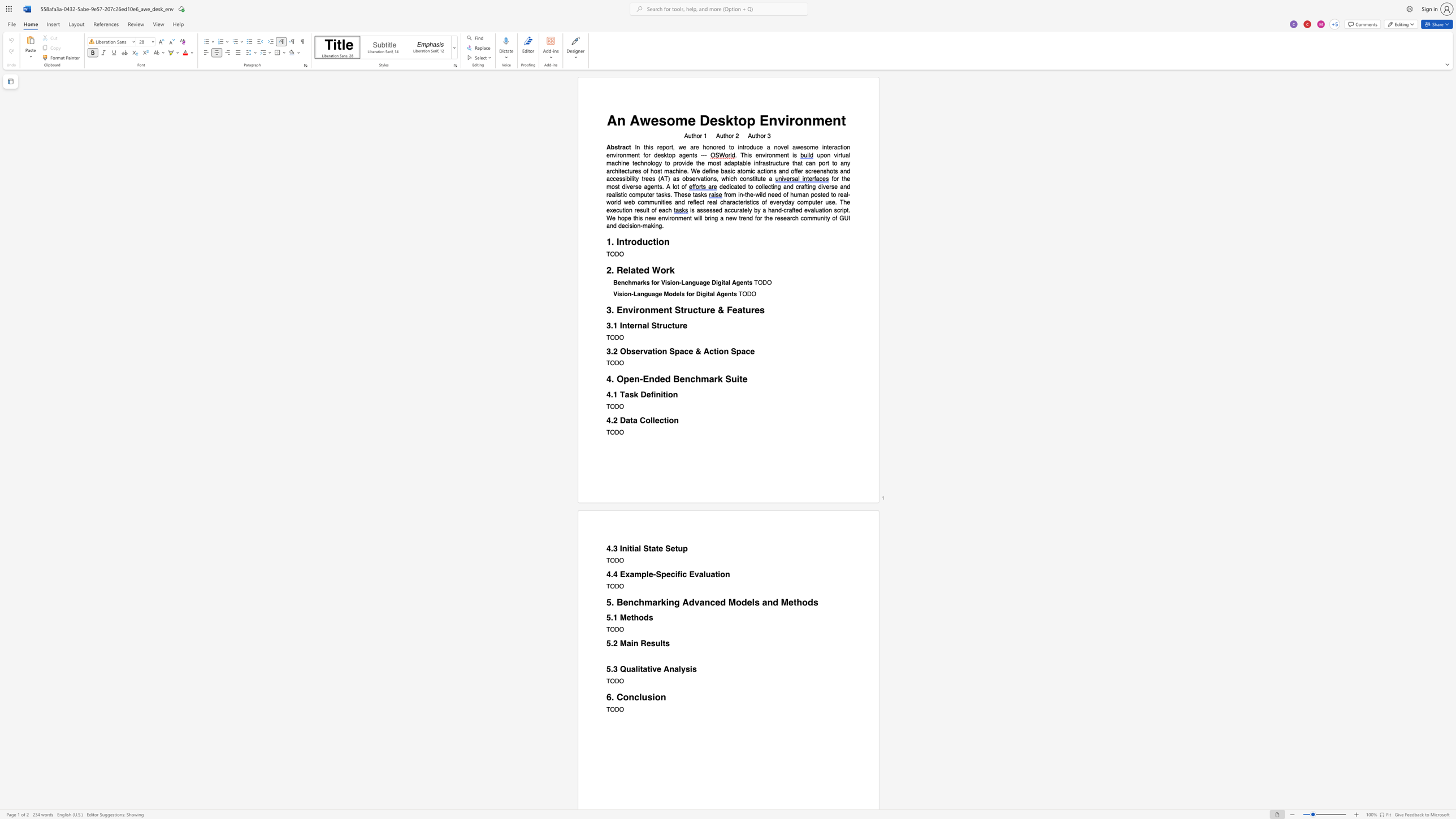 This screenshot has width=1456, height=819. Describe the element at coordinates (649, 419) in the screenshot. I see `the subset text "lle" within the text "Data Collection"` at that location.